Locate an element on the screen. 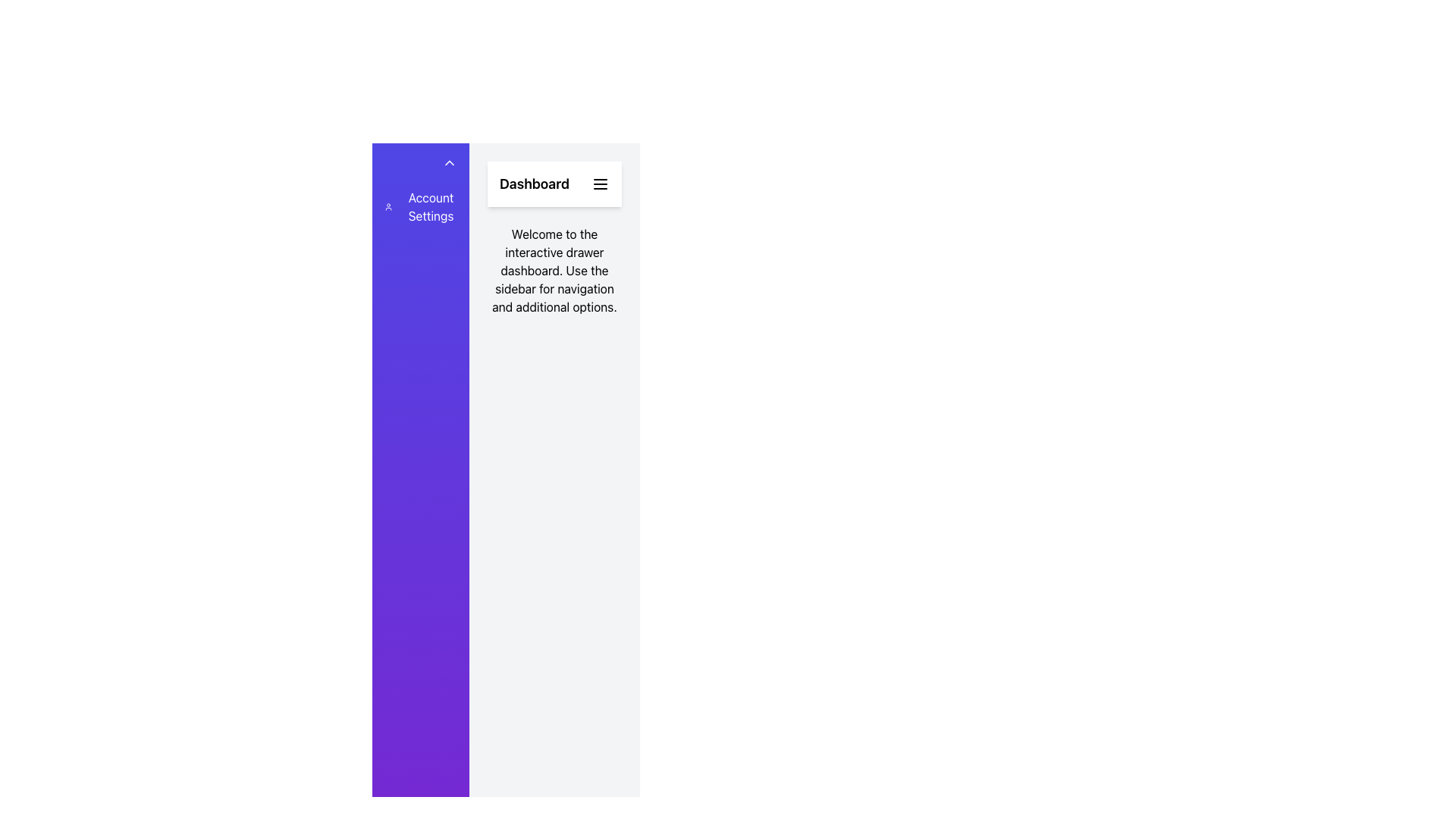 This screenshot has height=819, width=1456. the chevron icon styled as an upward pointing arrow located at the top-right corner of the vertical purple gradient sidebar, which is labeled 'Account Settings' is located at coordinates (448, 163).